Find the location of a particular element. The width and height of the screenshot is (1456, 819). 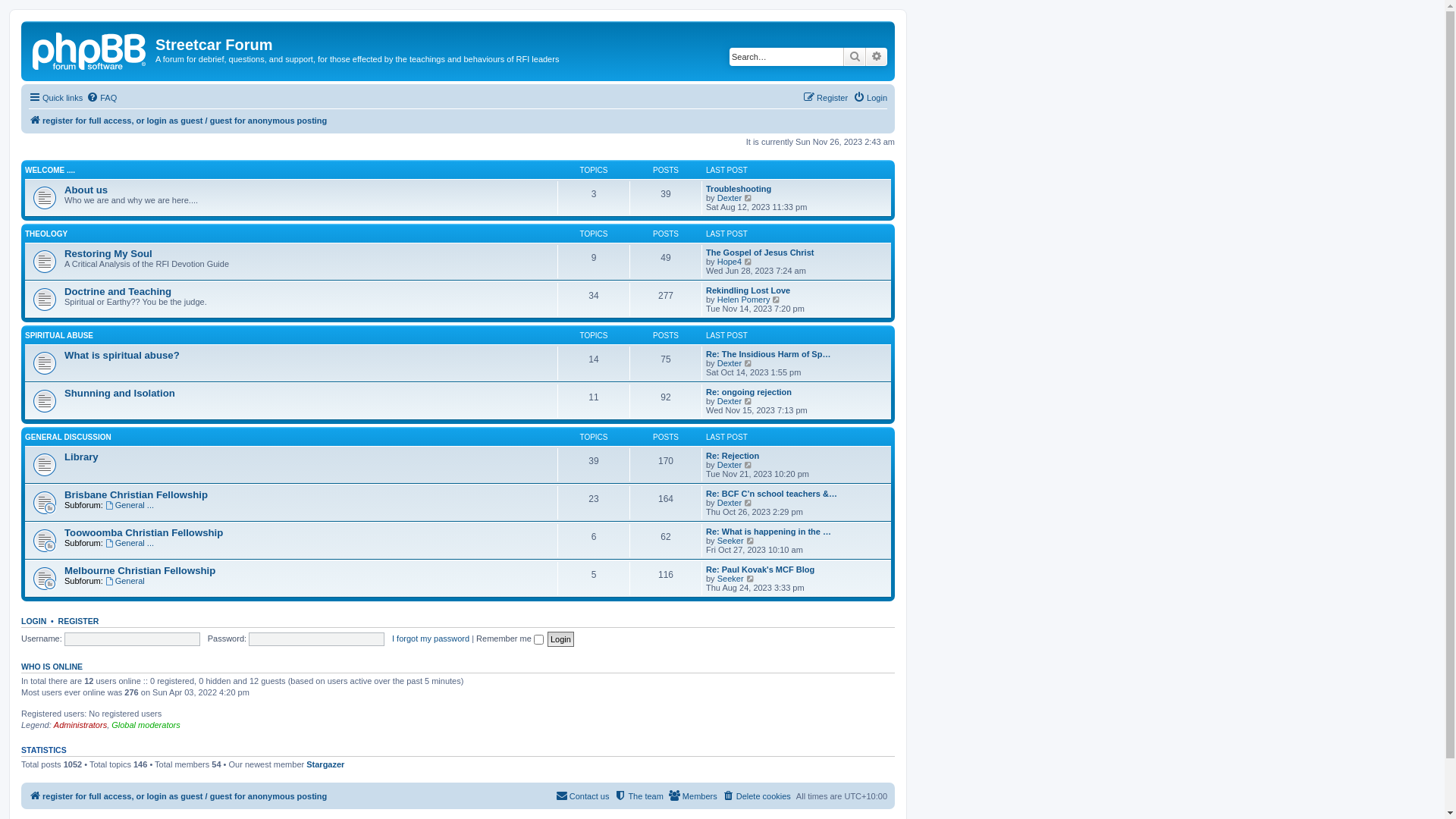

'Hope4' is located at coordinates (716, 260).